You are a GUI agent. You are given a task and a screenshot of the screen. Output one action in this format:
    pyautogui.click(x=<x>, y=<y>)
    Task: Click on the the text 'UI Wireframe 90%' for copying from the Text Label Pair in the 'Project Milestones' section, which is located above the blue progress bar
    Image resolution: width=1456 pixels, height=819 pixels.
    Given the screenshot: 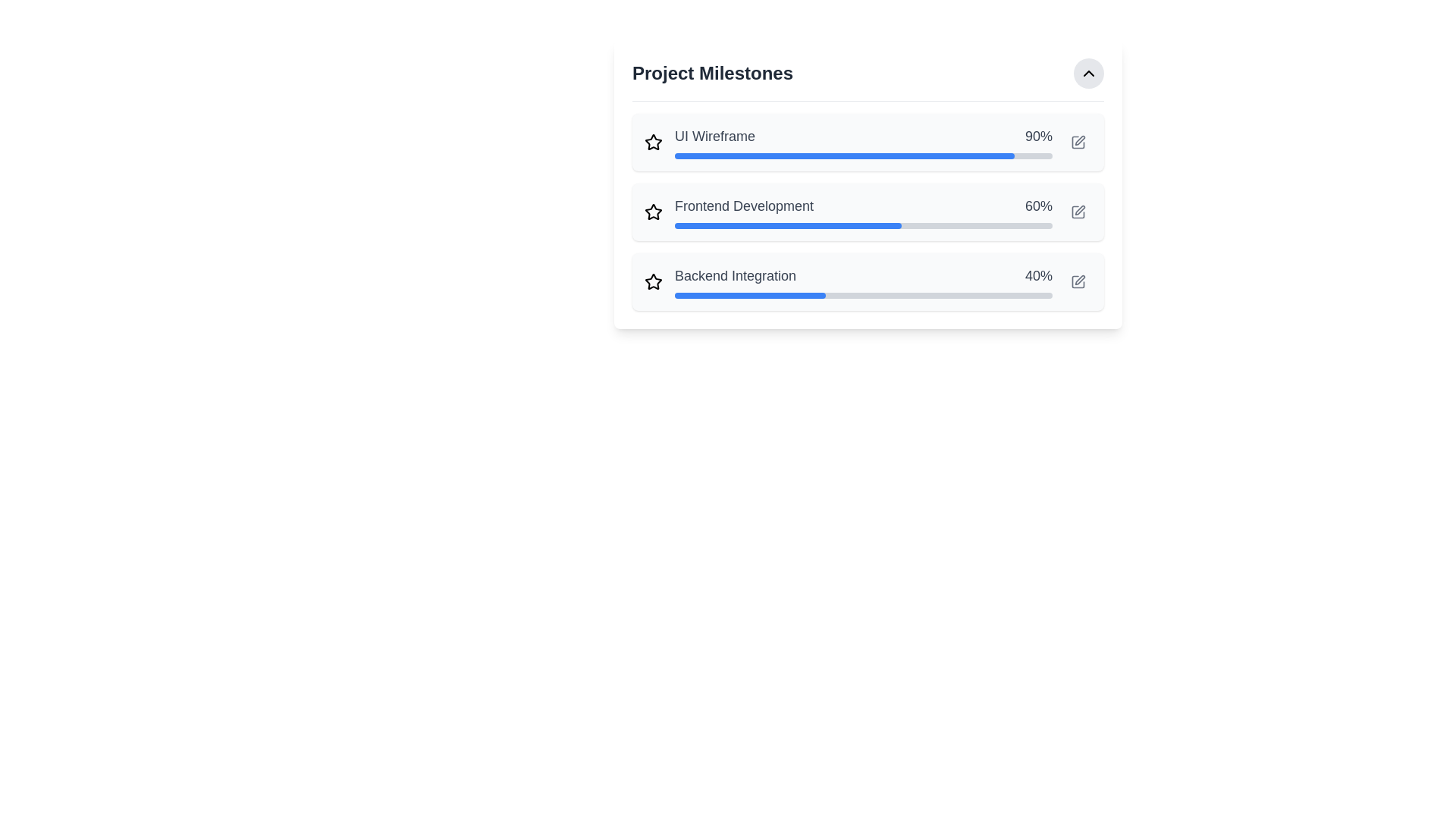 What is the action you would take?
    pyautogui.click(x=863, y=136)
    